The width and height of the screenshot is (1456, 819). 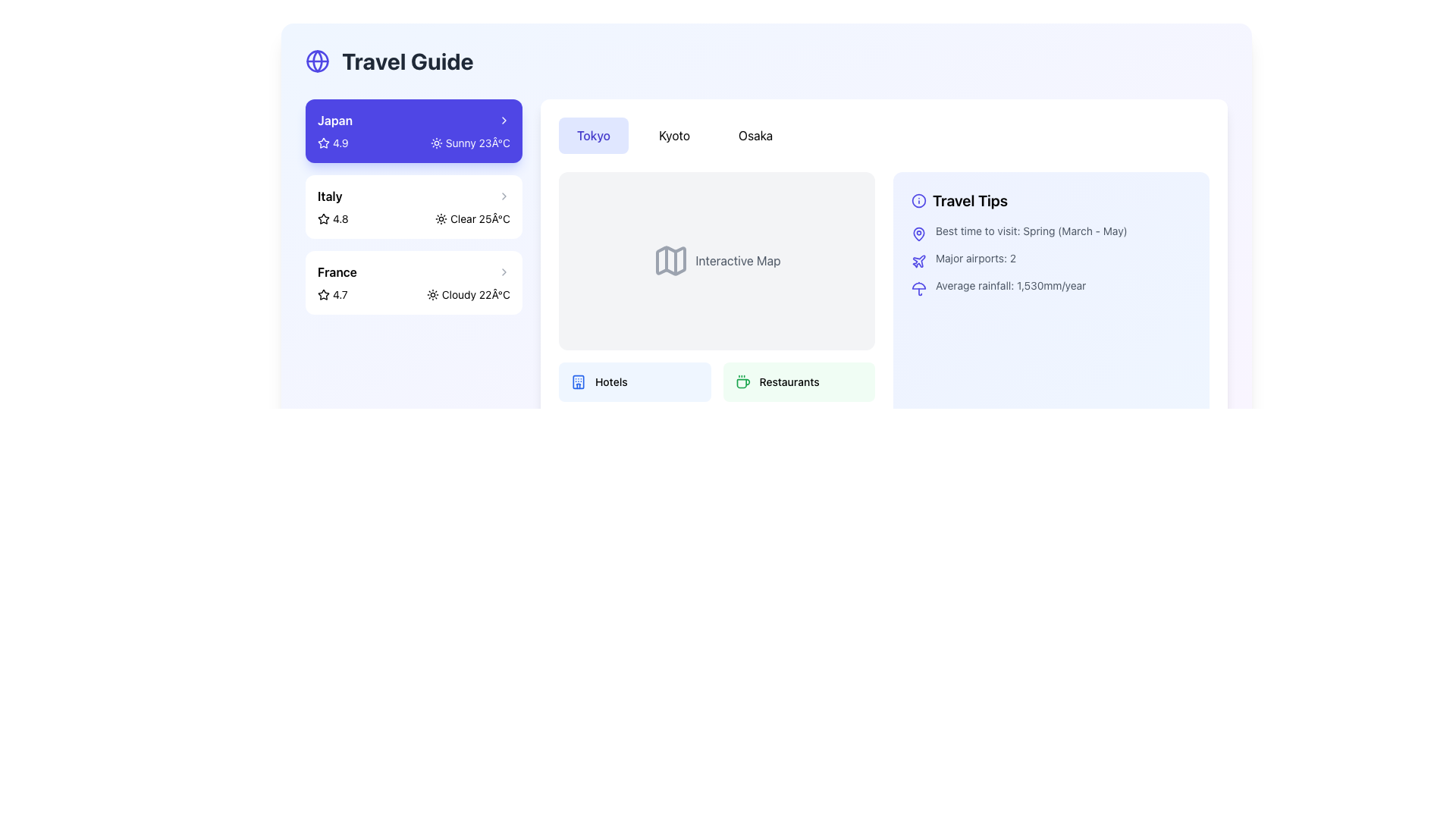 I want to click on the star icon representing a rating for 'Japan', which is located to the left of the text '4.9' in the rating system, so click(x=323, y=143).